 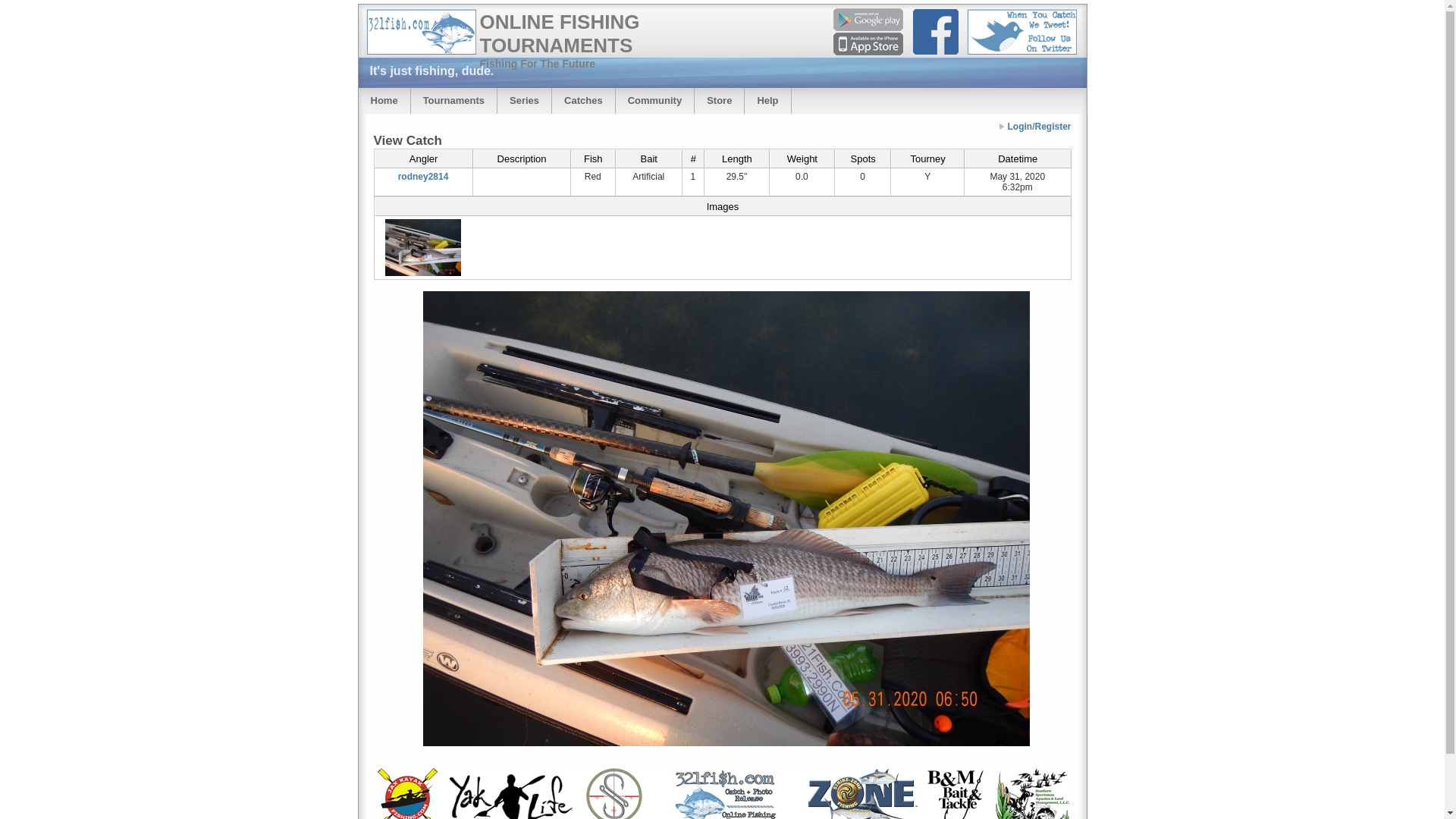 What do you see at coordinates (1021, 32) in the screenshot?
I see `'Follow Us On Twitter - When You Catch We Tweet!'` at bounding box center [1021, 32].